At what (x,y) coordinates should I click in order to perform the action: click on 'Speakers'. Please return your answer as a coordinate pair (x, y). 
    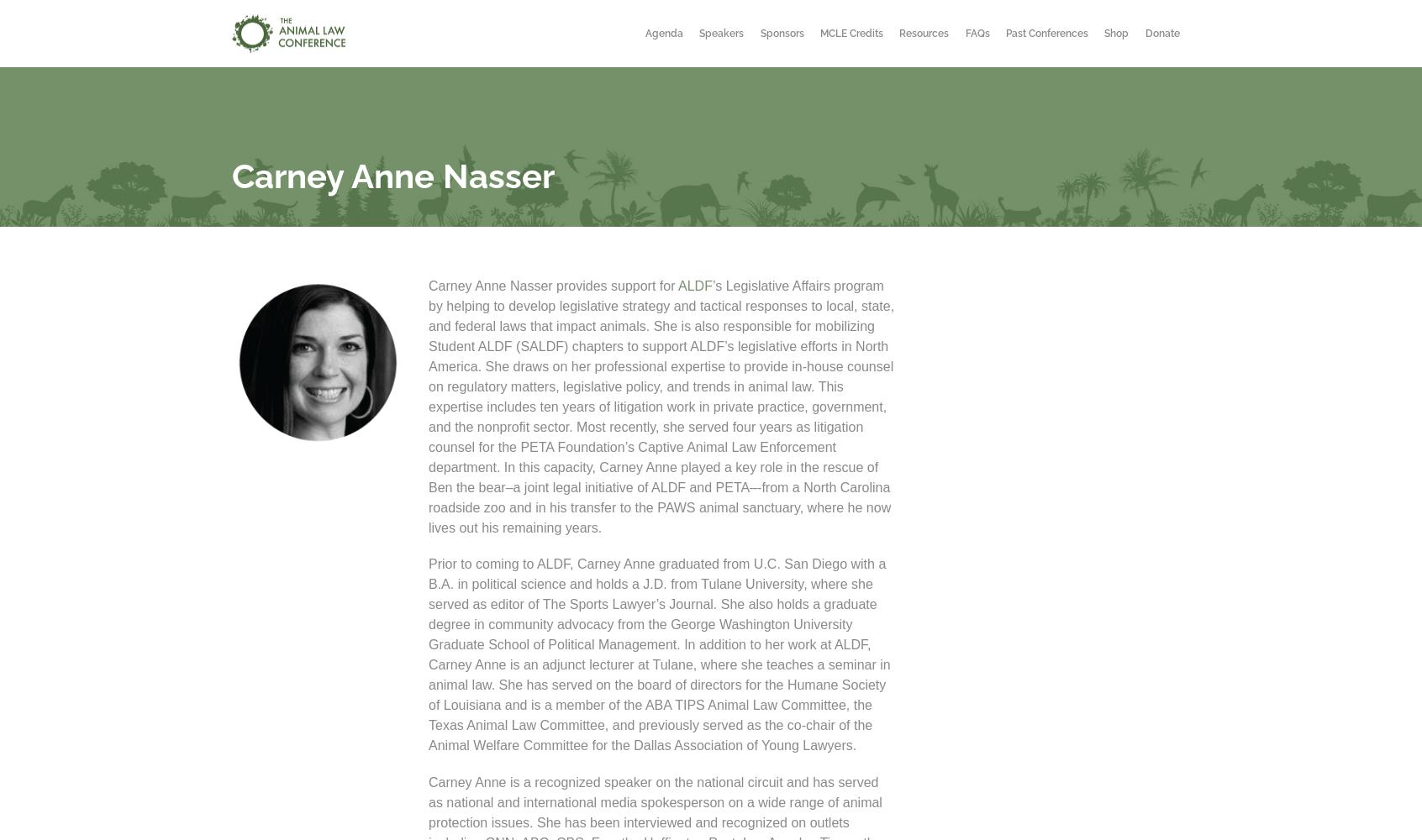
    Looking at the image, I should click on (698, 34).